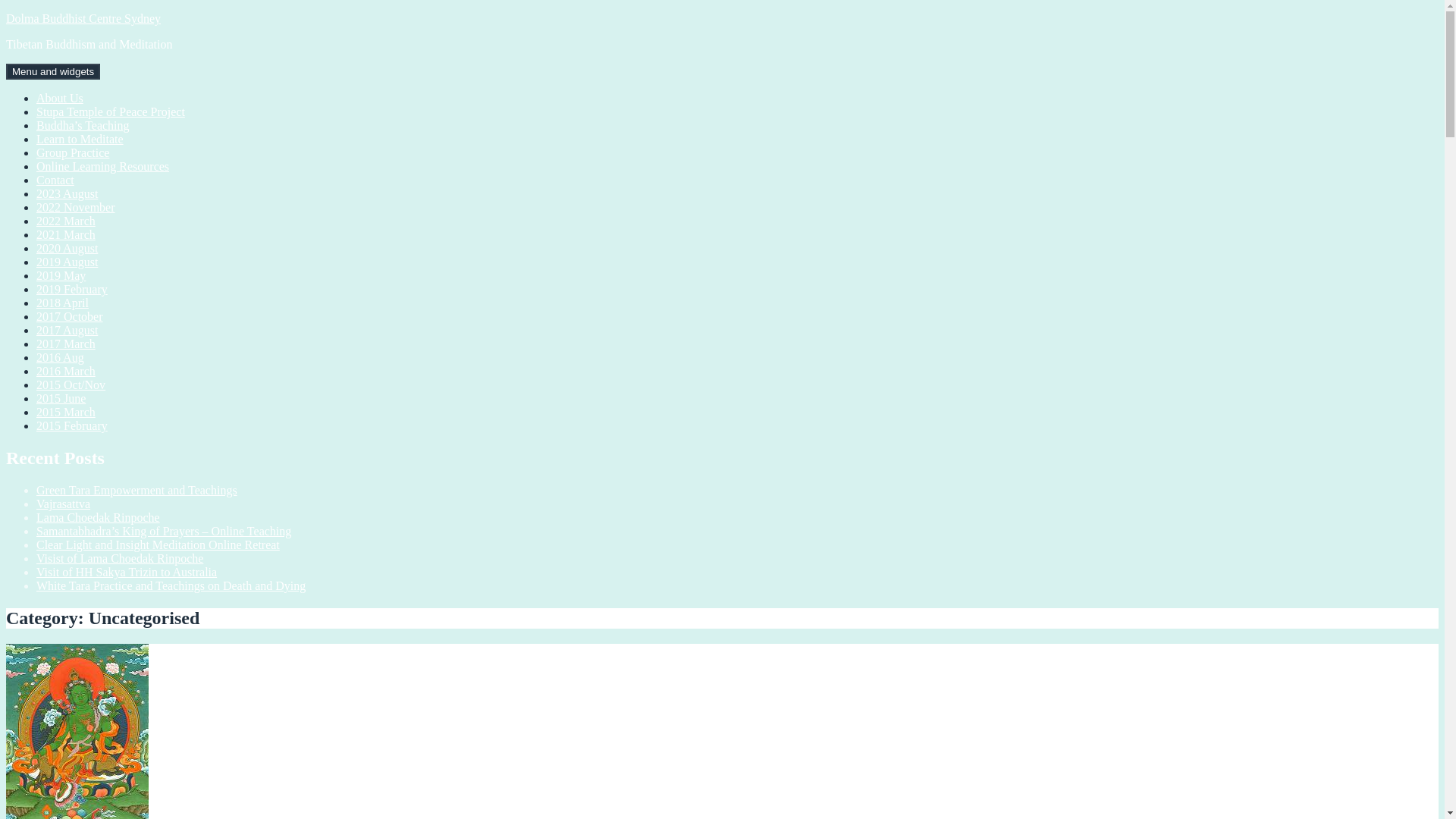 The image size is (1456, 819). Describe the element at coordinates (36, 504) in the screenshot. I see `'Vajrasattva'` at that location.